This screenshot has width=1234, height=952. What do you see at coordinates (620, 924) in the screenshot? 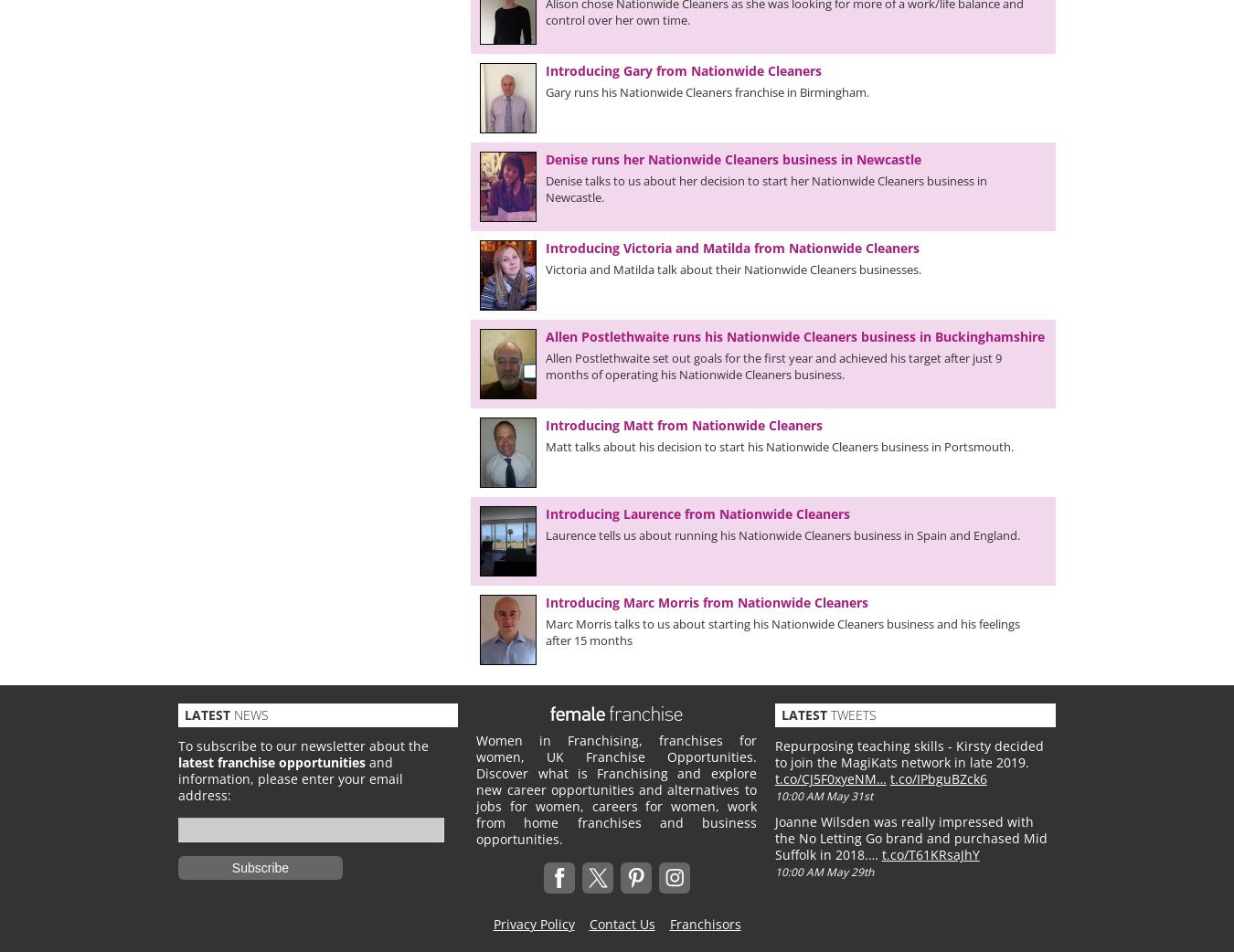
I see `'Contact Us'` at bounding box center [620, 924].